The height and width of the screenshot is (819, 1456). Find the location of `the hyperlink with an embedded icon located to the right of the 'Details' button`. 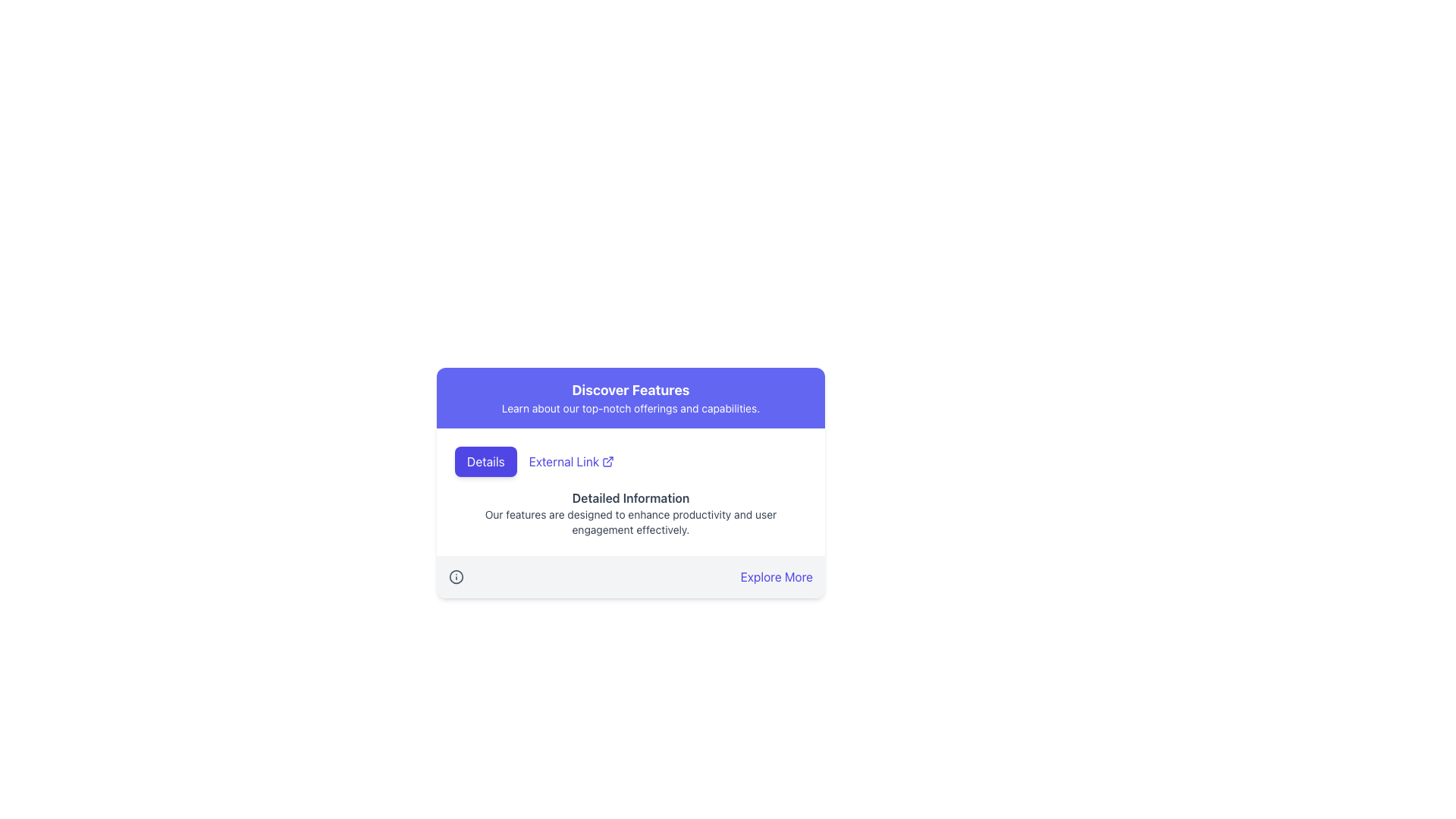

the hyperlink with an embedded icon located to the right of the 'Details' button is located at coordinates (570, 461).